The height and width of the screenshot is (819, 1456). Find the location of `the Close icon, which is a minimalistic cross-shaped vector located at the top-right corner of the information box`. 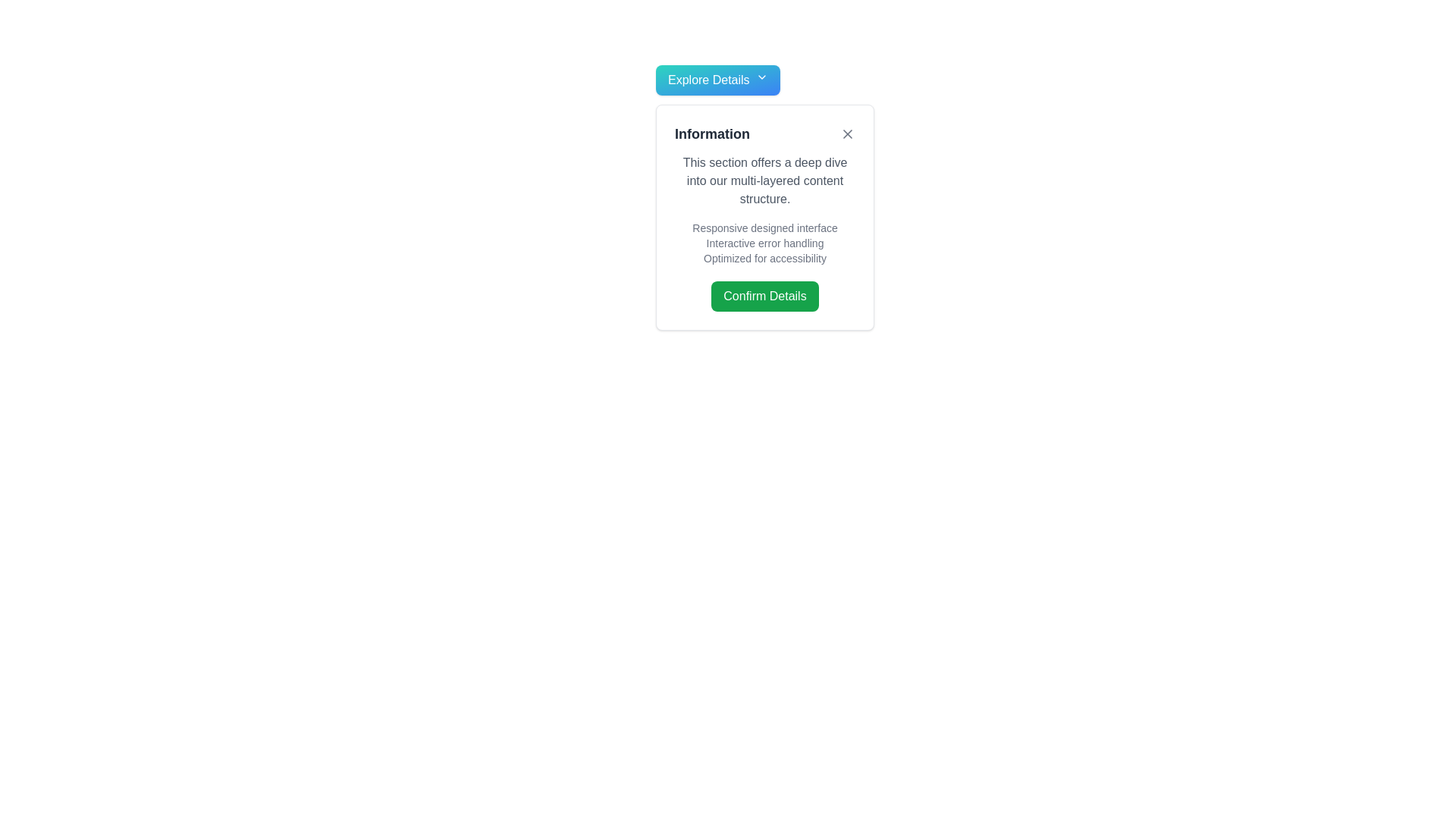

the Close icon, which is a minimalistic cross-shaped vector located at the top-right corner of the information box is located at coordinates (847, 133).